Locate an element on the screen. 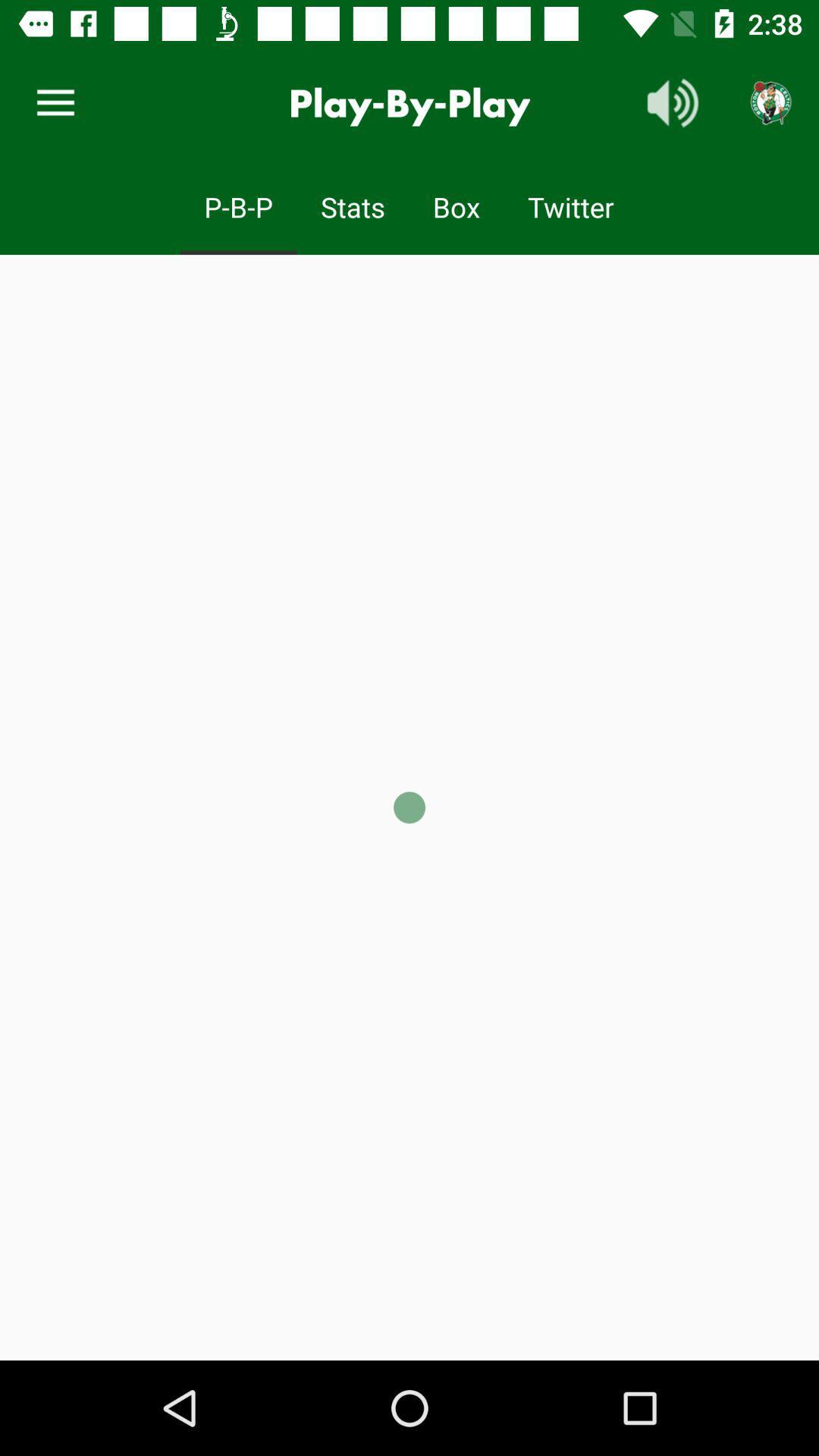  item to the left of the play-by-play item is located at coordinates (55, 102).